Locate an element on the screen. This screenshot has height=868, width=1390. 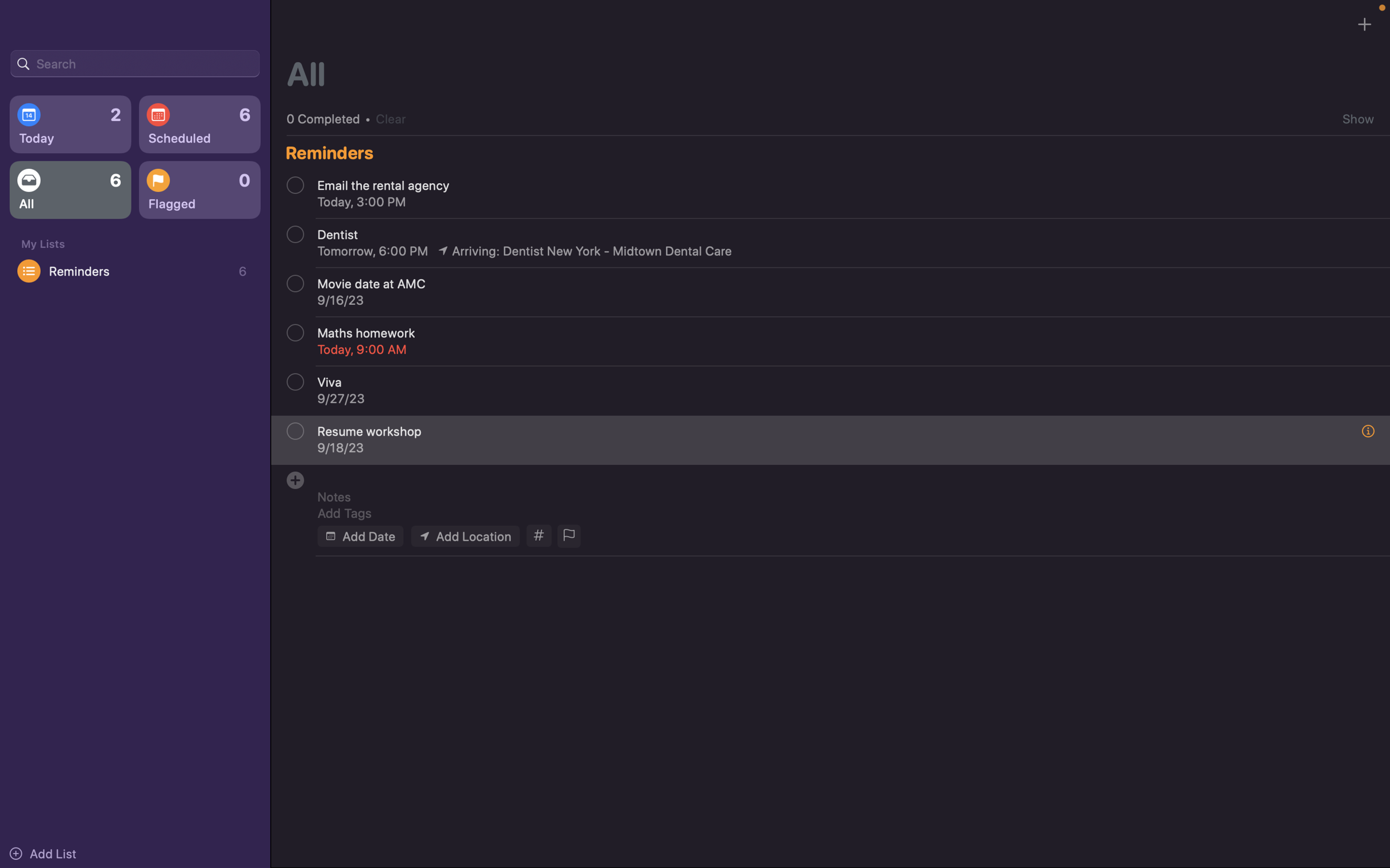
Mark this upcoming event as important is located at coordinates (567, 536).